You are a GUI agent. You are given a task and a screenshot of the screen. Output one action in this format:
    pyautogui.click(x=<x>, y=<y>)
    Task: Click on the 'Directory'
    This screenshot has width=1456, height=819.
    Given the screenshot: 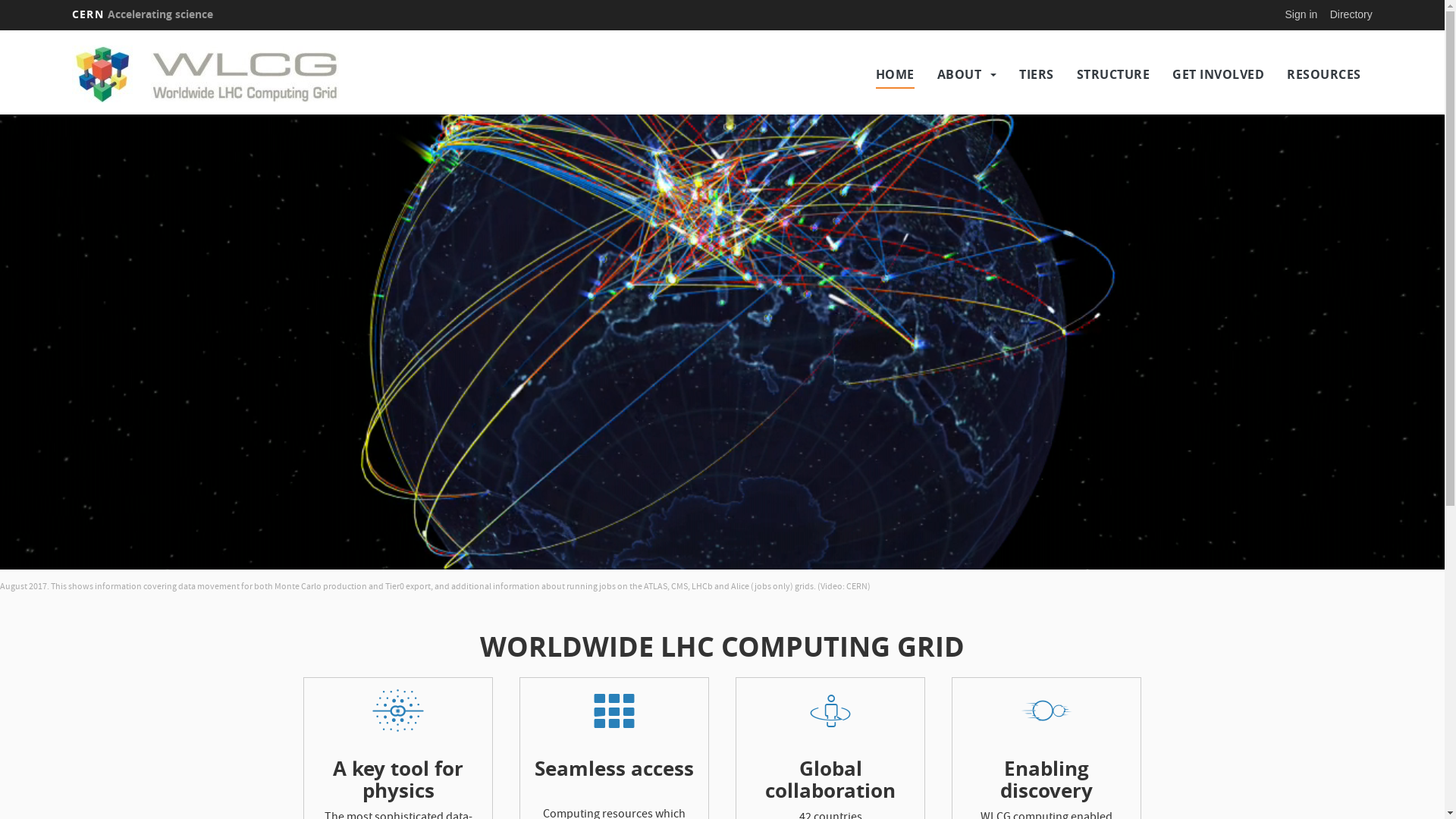 What is the action you would take?
    pyautogui.click(x=1351, y=14)
    